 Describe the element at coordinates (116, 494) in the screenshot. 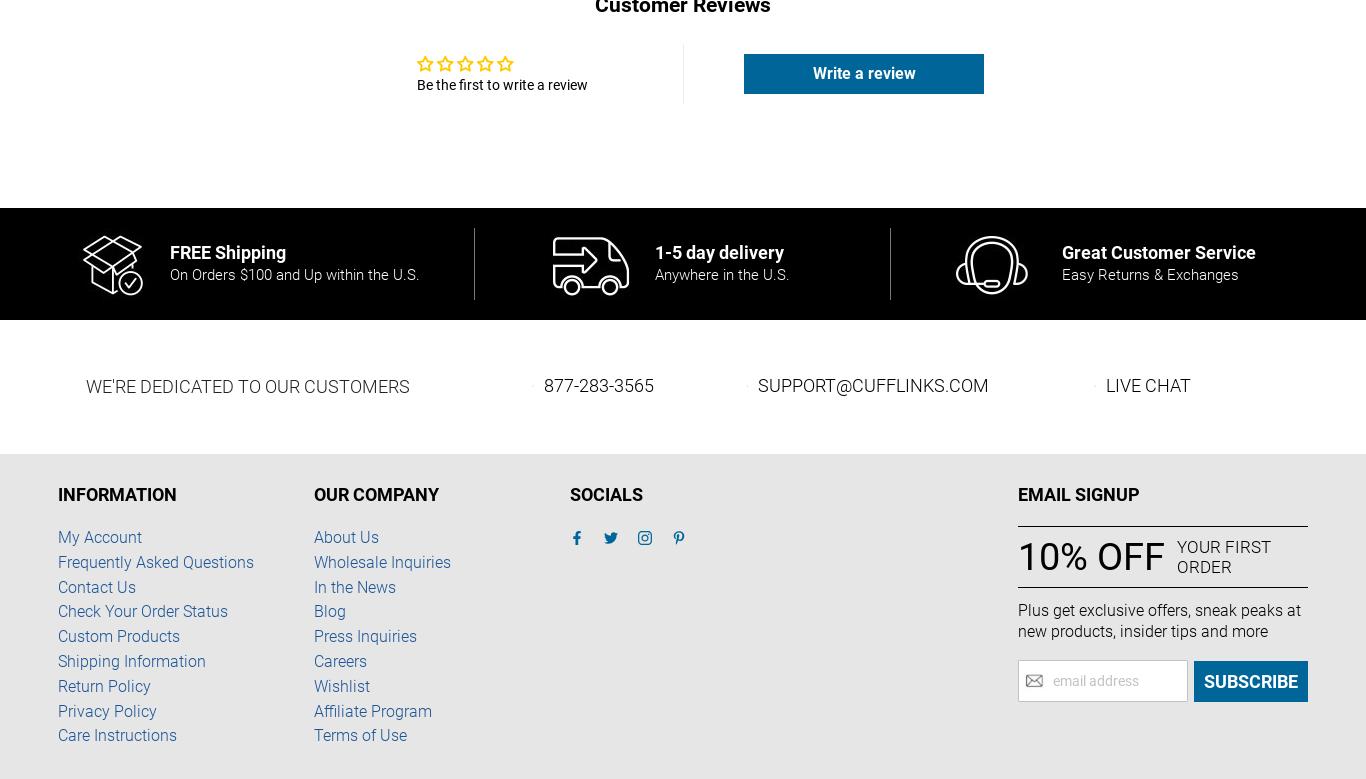

I see `'Information'` at that location.